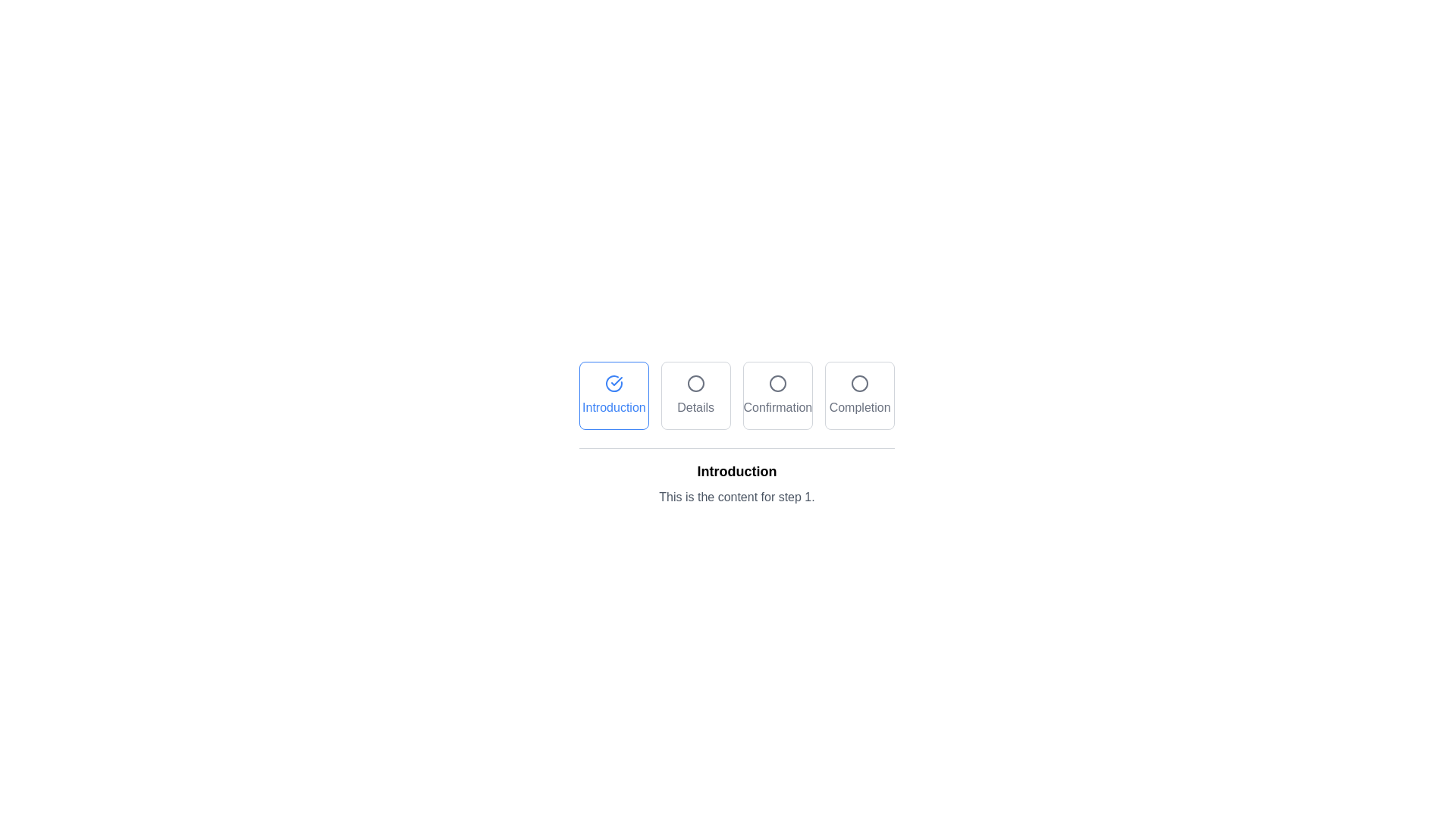  What do you see at coordinates (613, 394) in the screenshot?
I see `the 'Introduction' button` at bounding box center [613, 394].